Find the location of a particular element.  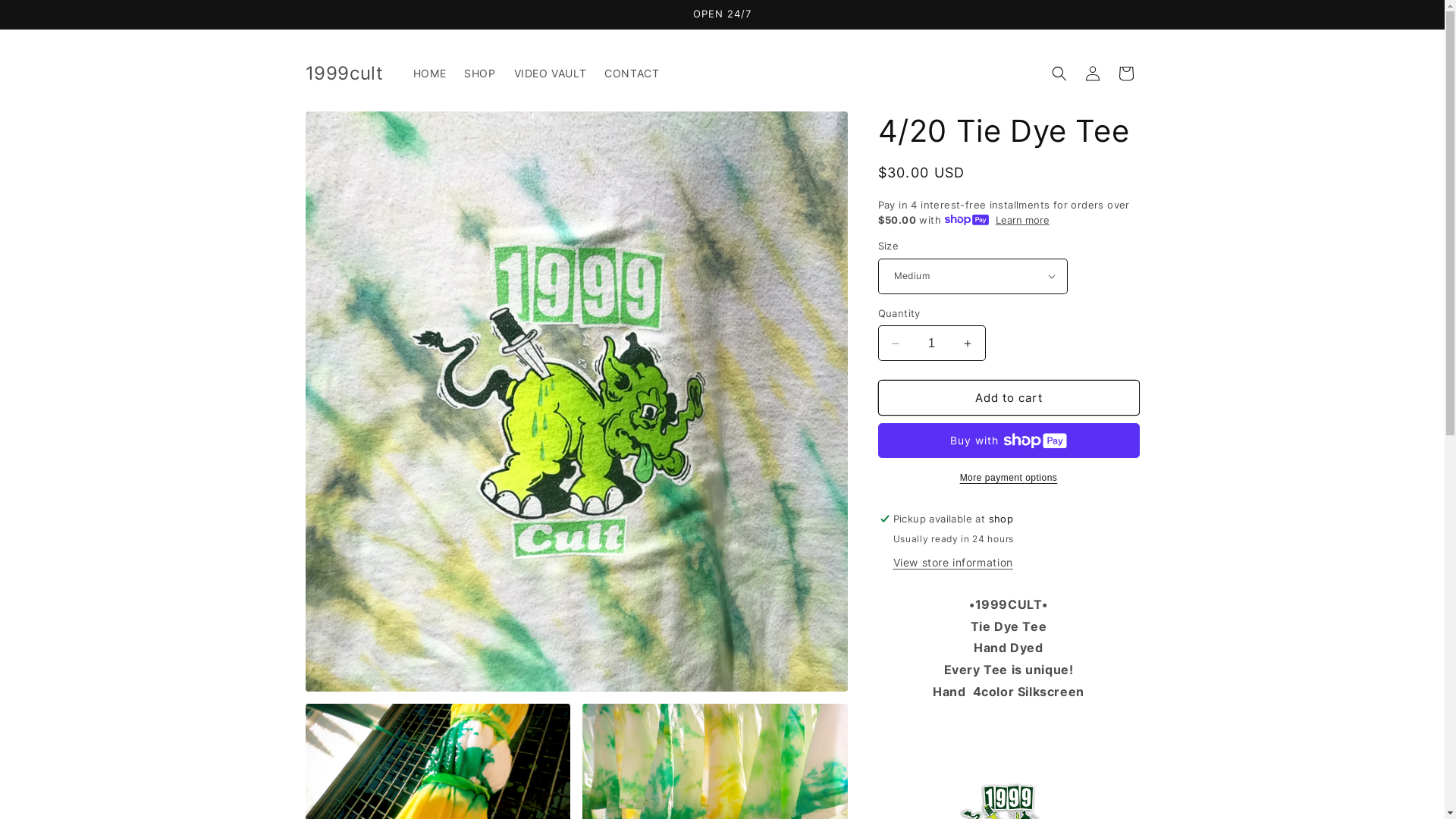

'HOME' is located at coordinates (428, 73).